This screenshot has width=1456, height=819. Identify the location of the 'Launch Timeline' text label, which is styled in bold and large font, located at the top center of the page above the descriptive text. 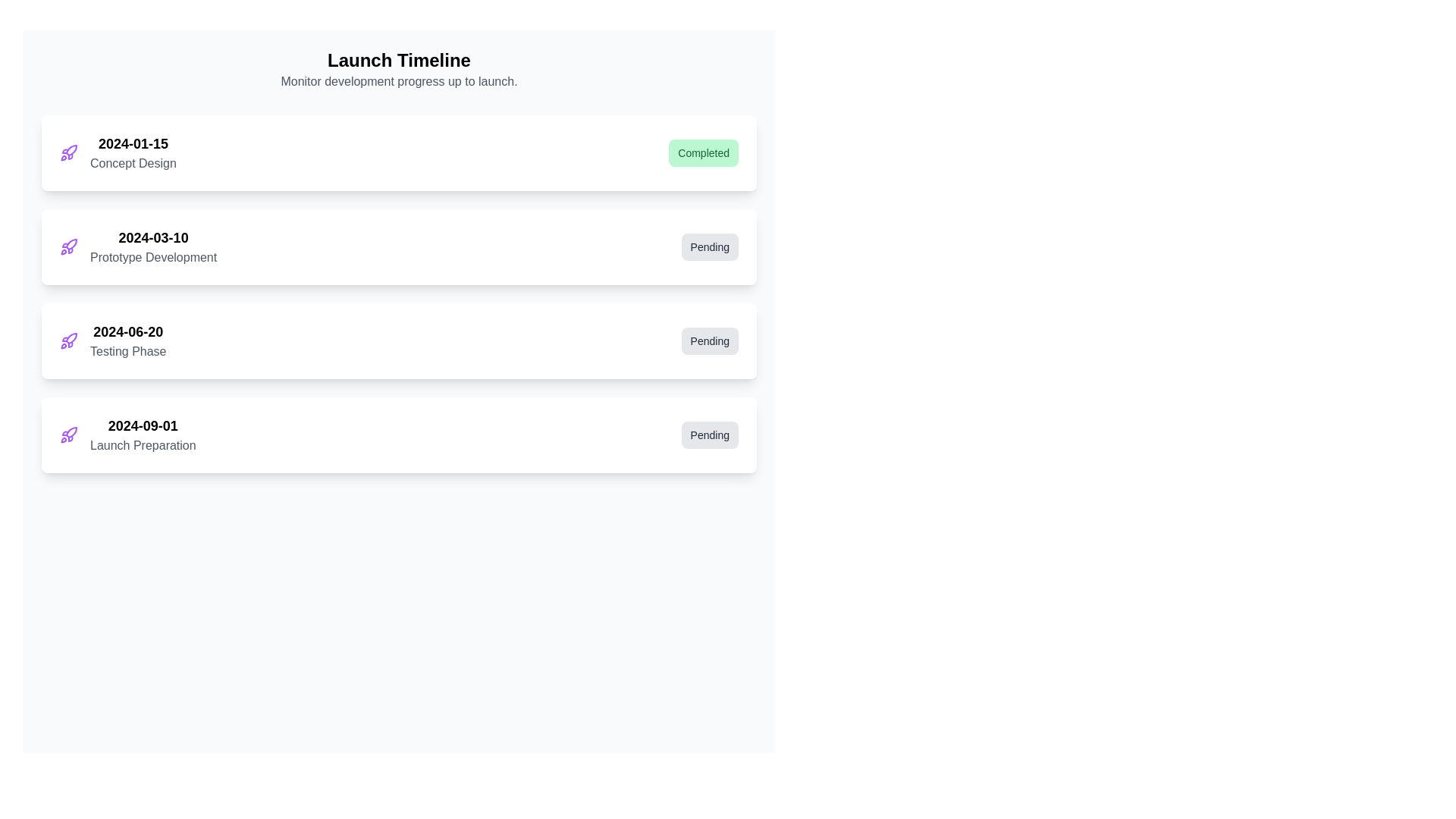
(399, 60).